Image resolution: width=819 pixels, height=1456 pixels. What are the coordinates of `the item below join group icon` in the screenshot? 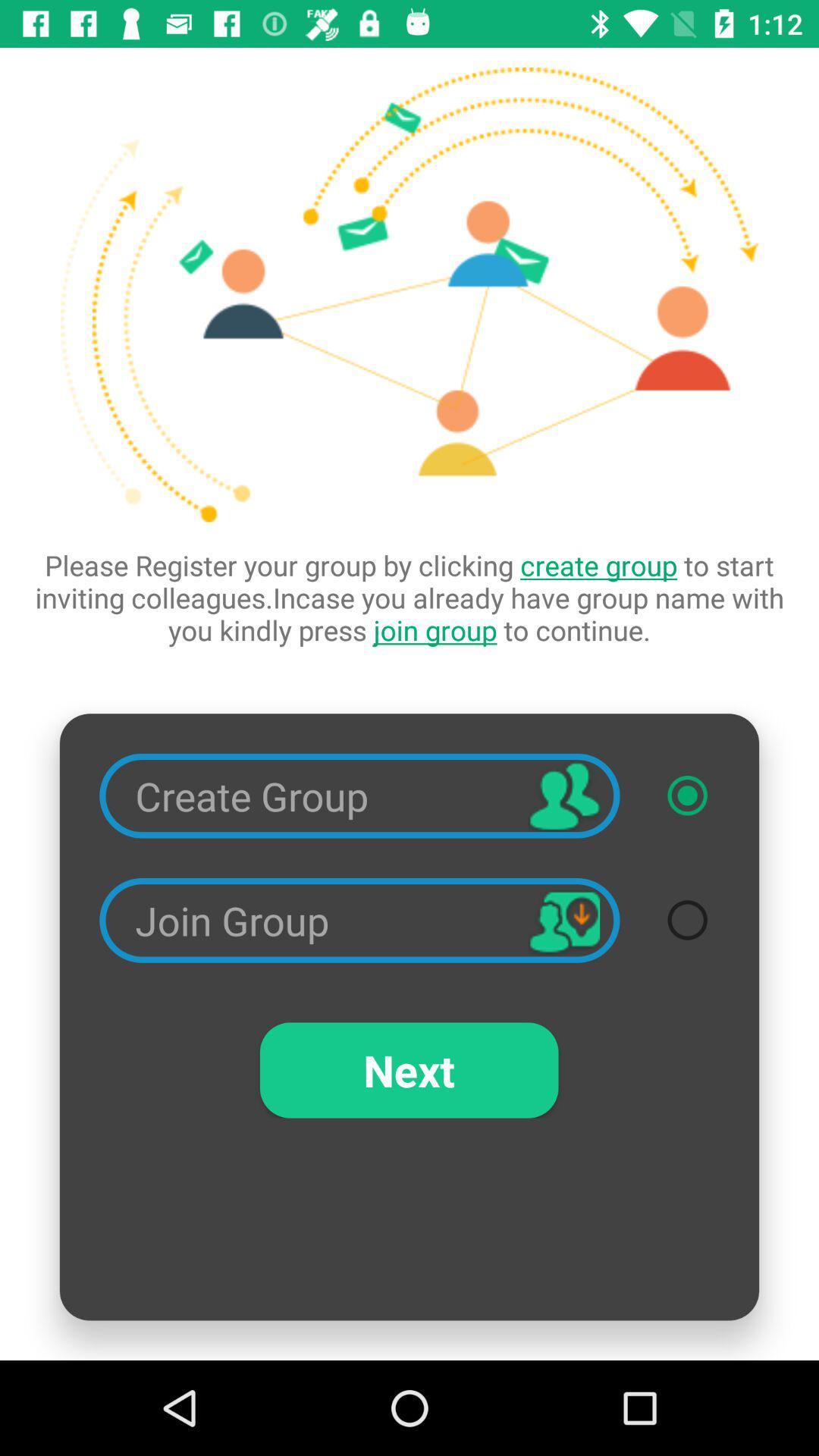 It's located at (408, 1069).